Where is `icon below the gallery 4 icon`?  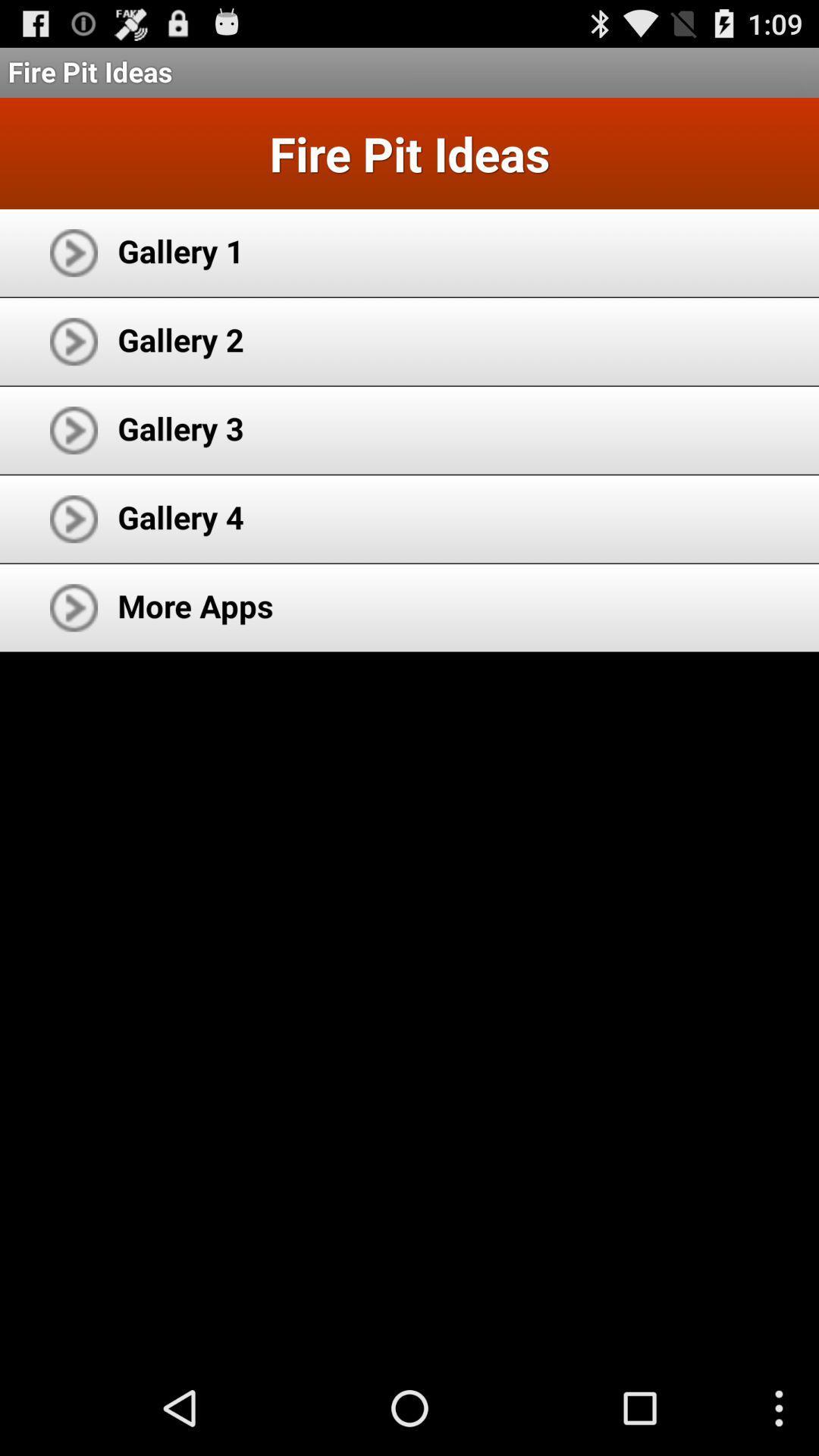
icon below the gallery 4 icon is located at coordinates (195, 604).